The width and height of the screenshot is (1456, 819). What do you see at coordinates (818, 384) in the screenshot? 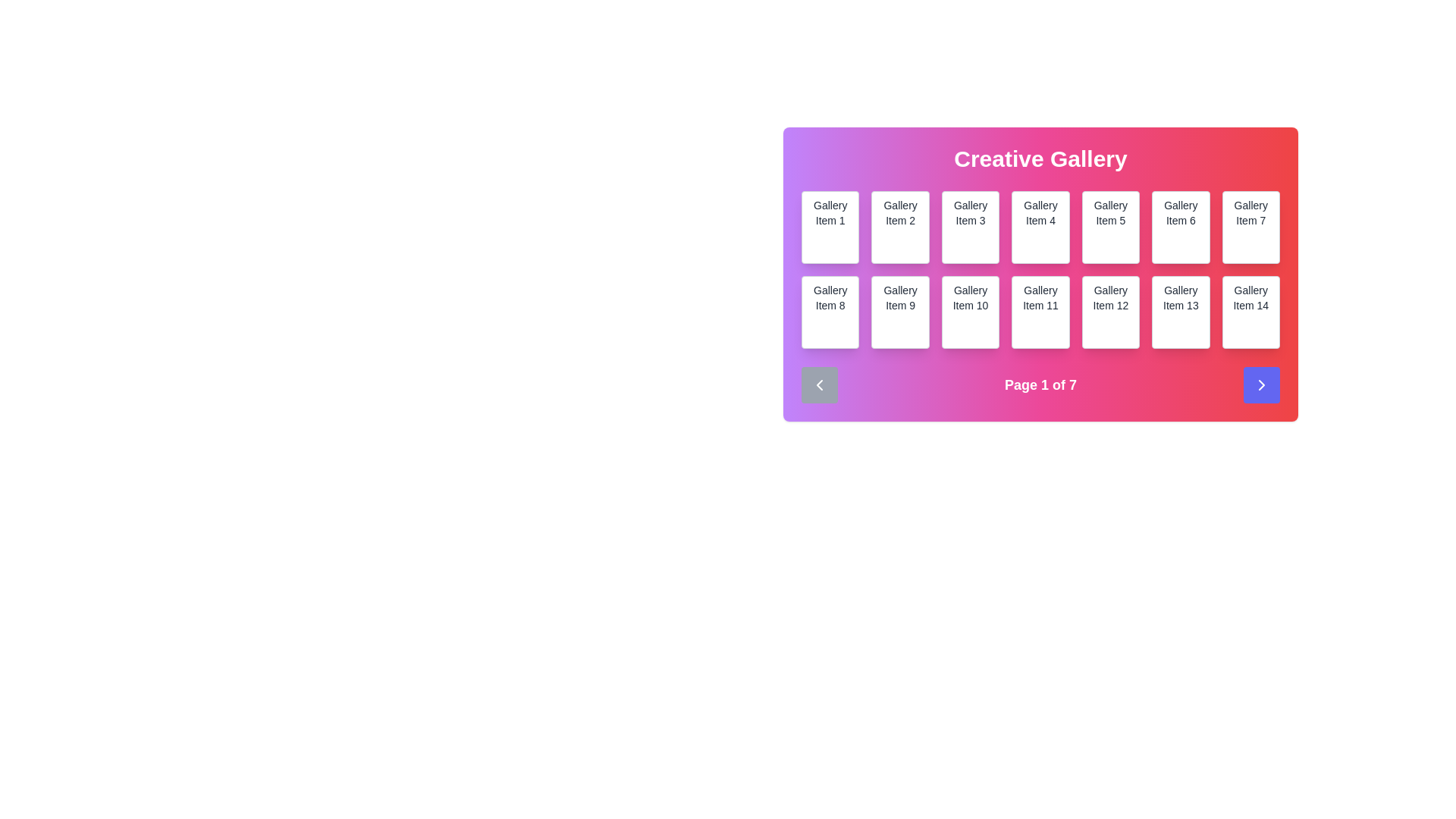
I see `the pagination control button located at the bottom-left of the gallery section` at bounding box center [818, 384].